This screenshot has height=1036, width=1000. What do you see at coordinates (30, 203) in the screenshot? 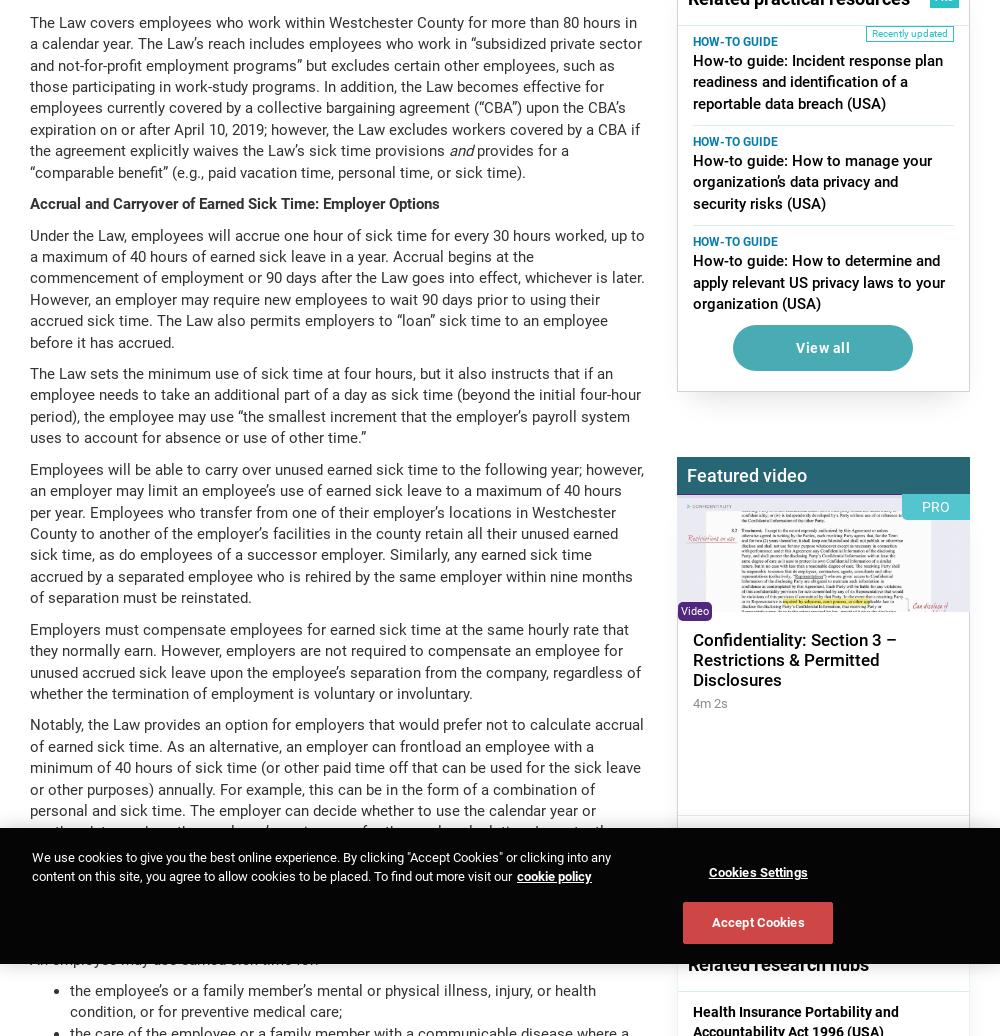
I see `'Accrual and Carryover of Earned Sick Time: Employer Options'` at bounding box center [30, 203].